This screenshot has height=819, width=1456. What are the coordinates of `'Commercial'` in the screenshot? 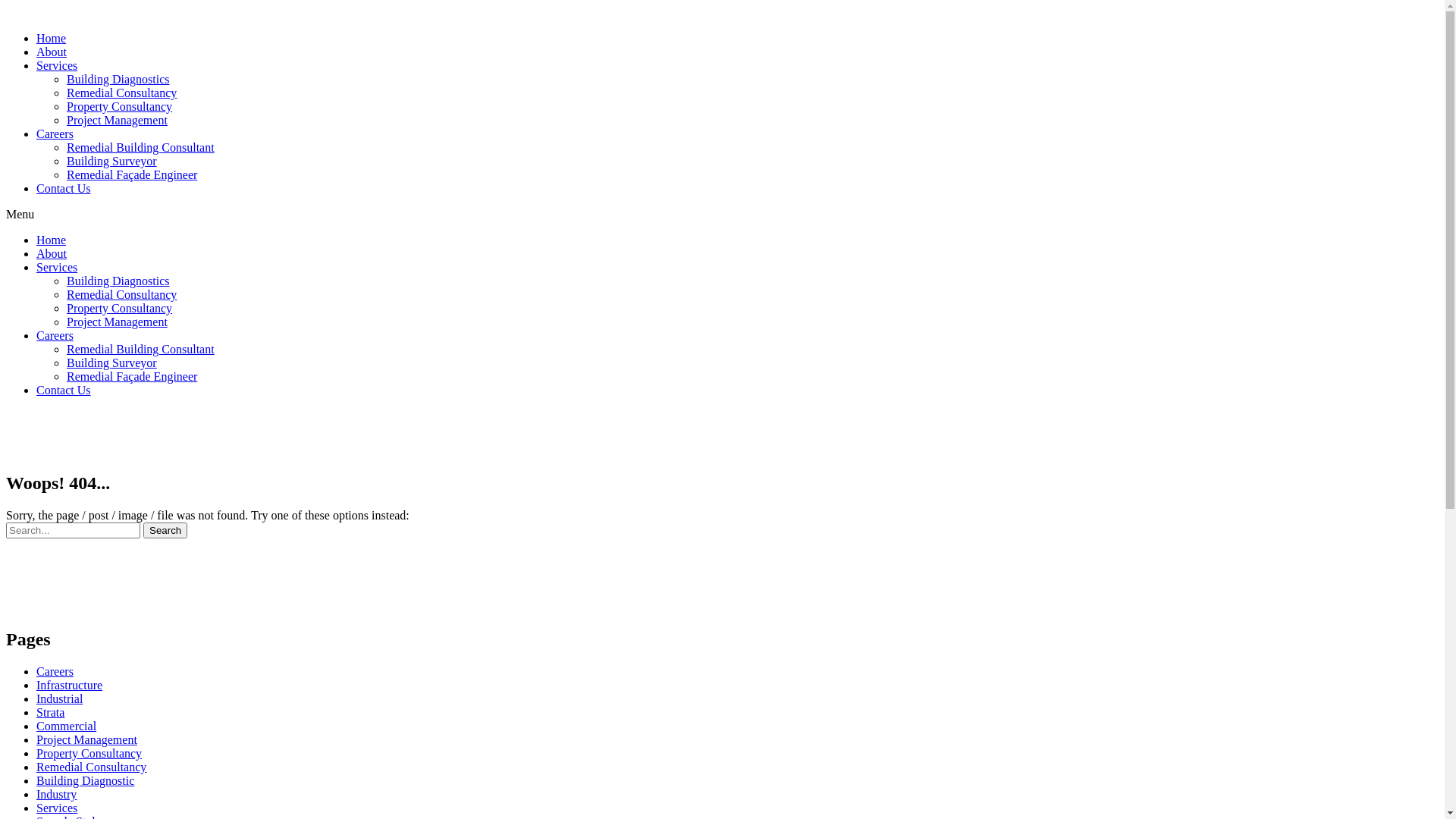 It's located at (65, 725).